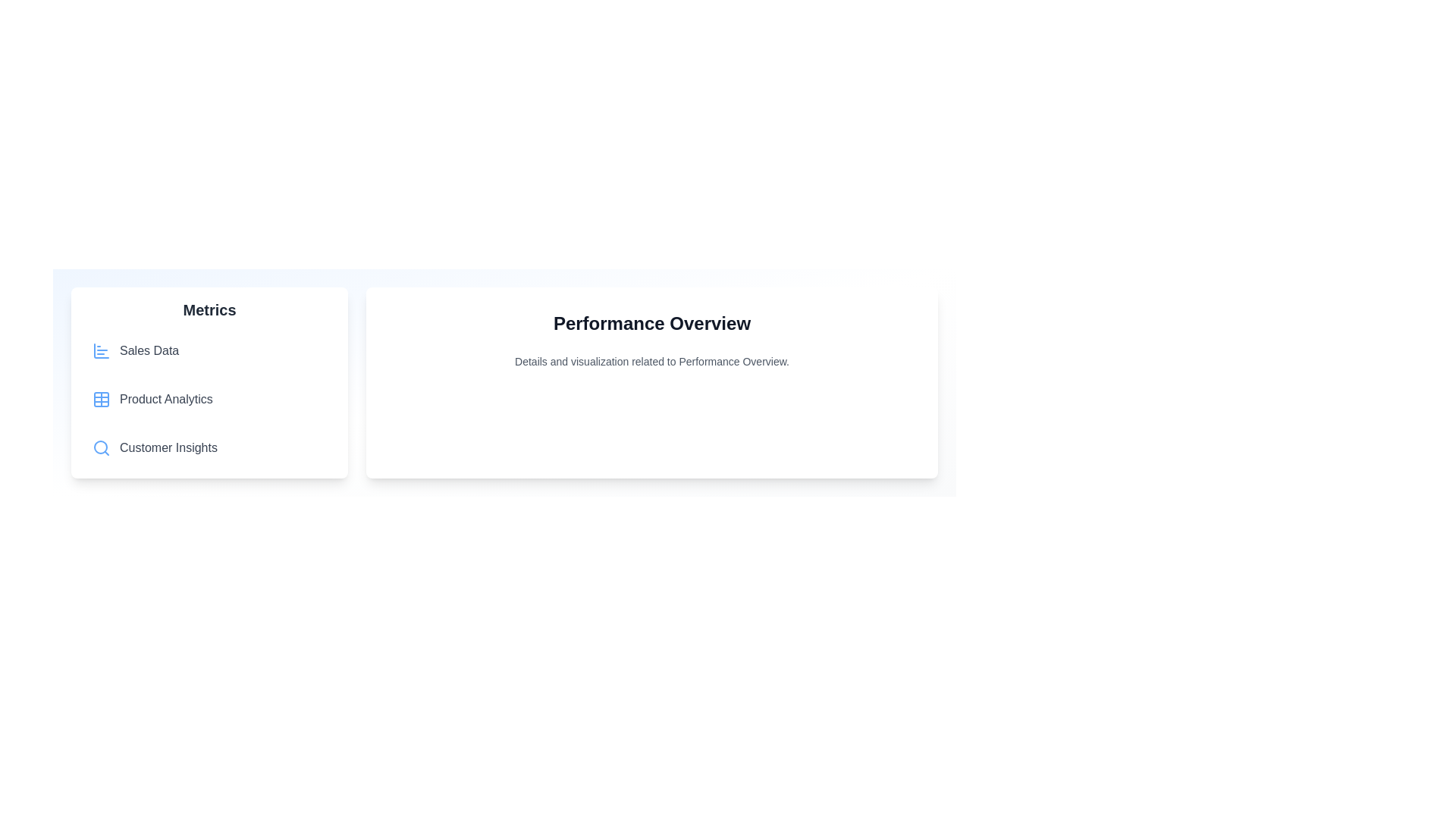  Describe the element at coordinates (209, 350) in the screenshot. I see `the first list item under the 'Metrics' header in the left-hand panel` at that location.